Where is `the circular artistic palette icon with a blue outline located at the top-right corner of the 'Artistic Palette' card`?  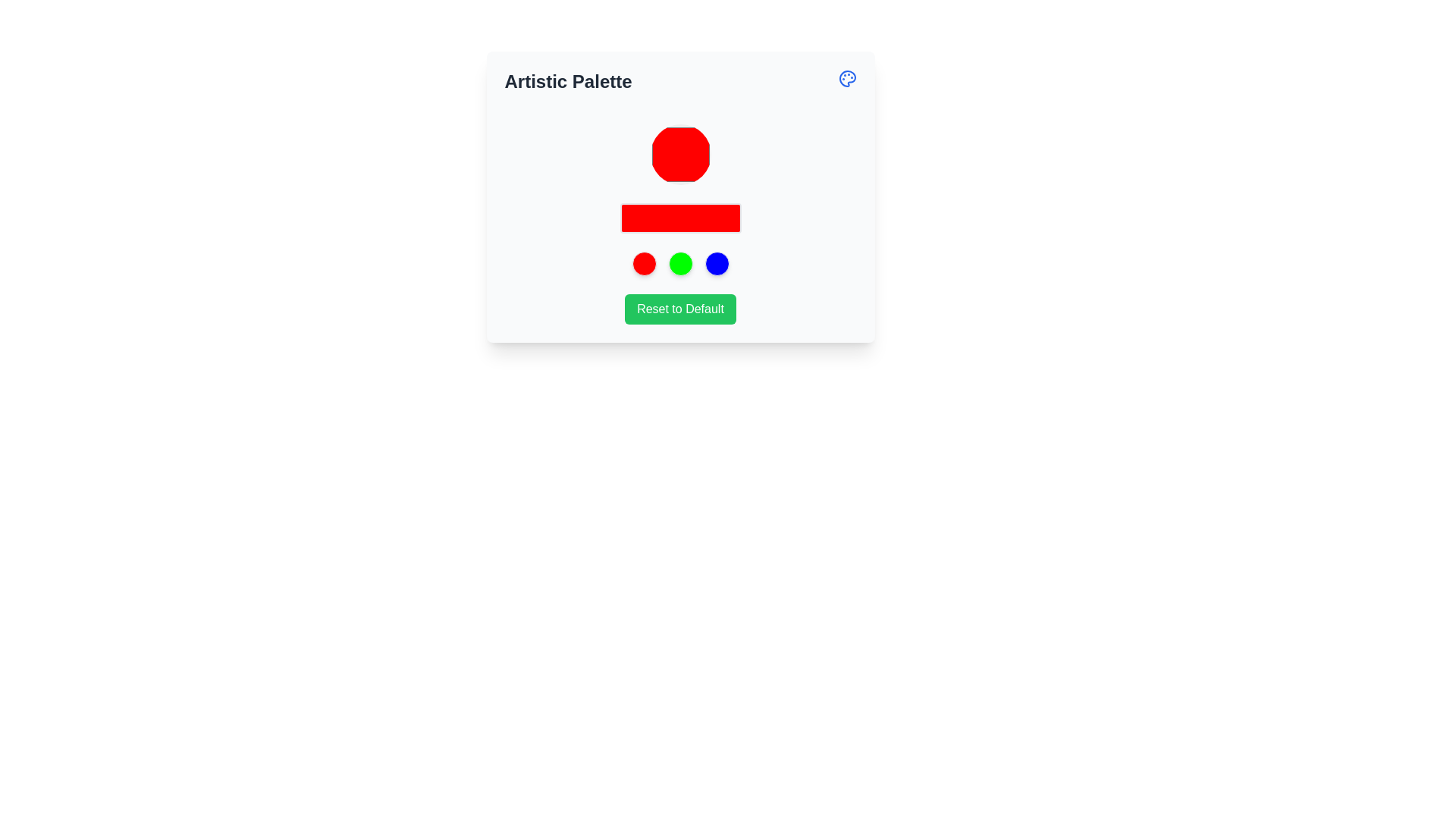 the circular artistic palette icon with a blue outline located at the top-right corner of the 'Artistic Palette' card is located at coordinates (846, 79).